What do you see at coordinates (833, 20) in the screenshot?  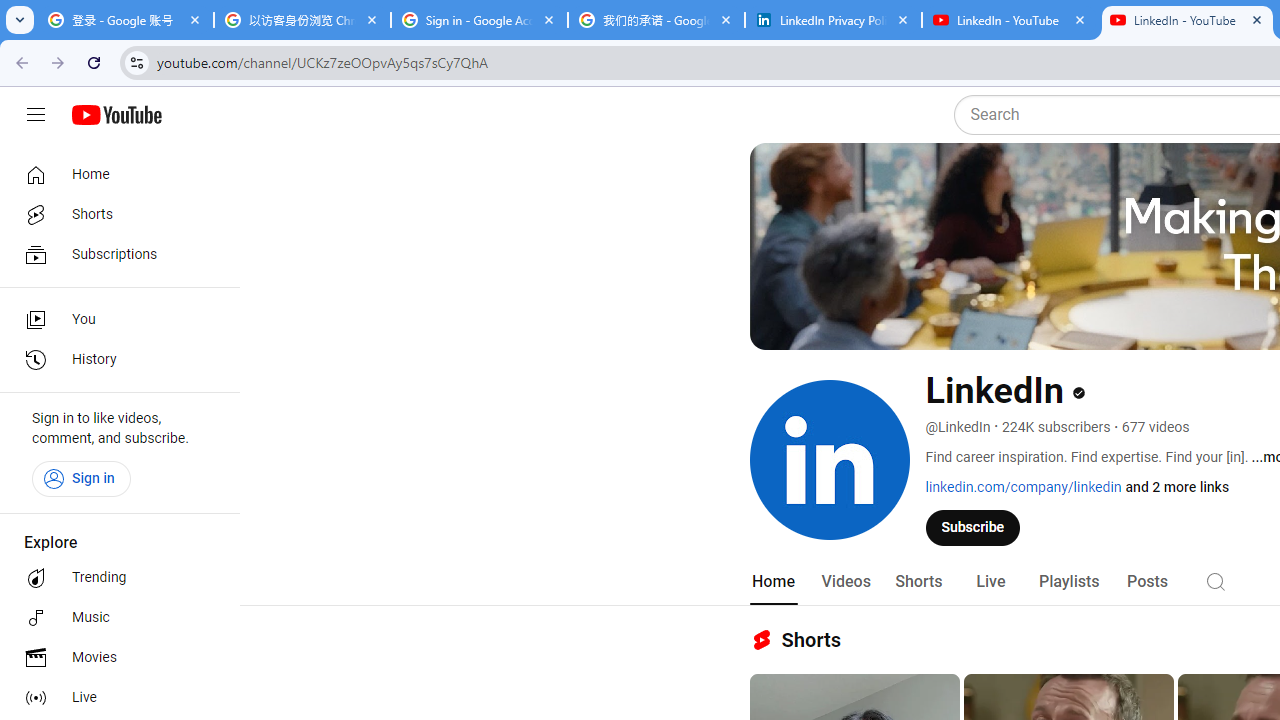 I see `'LinkedIn Privacy Policy'` at bounding box center [833, 20].